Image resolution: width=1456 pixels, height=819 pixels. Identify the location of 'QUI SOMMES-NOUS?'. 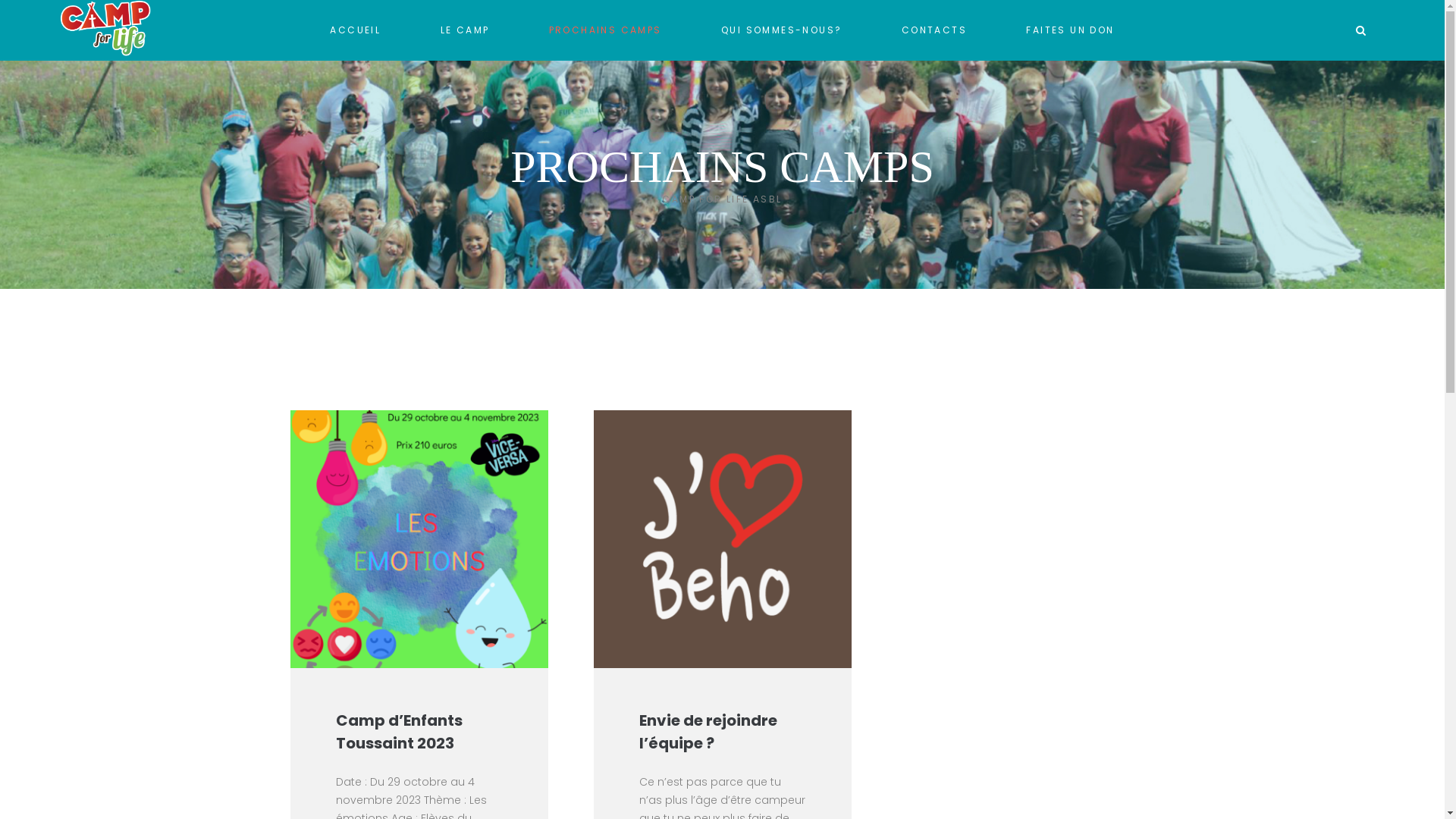
(781, 30).